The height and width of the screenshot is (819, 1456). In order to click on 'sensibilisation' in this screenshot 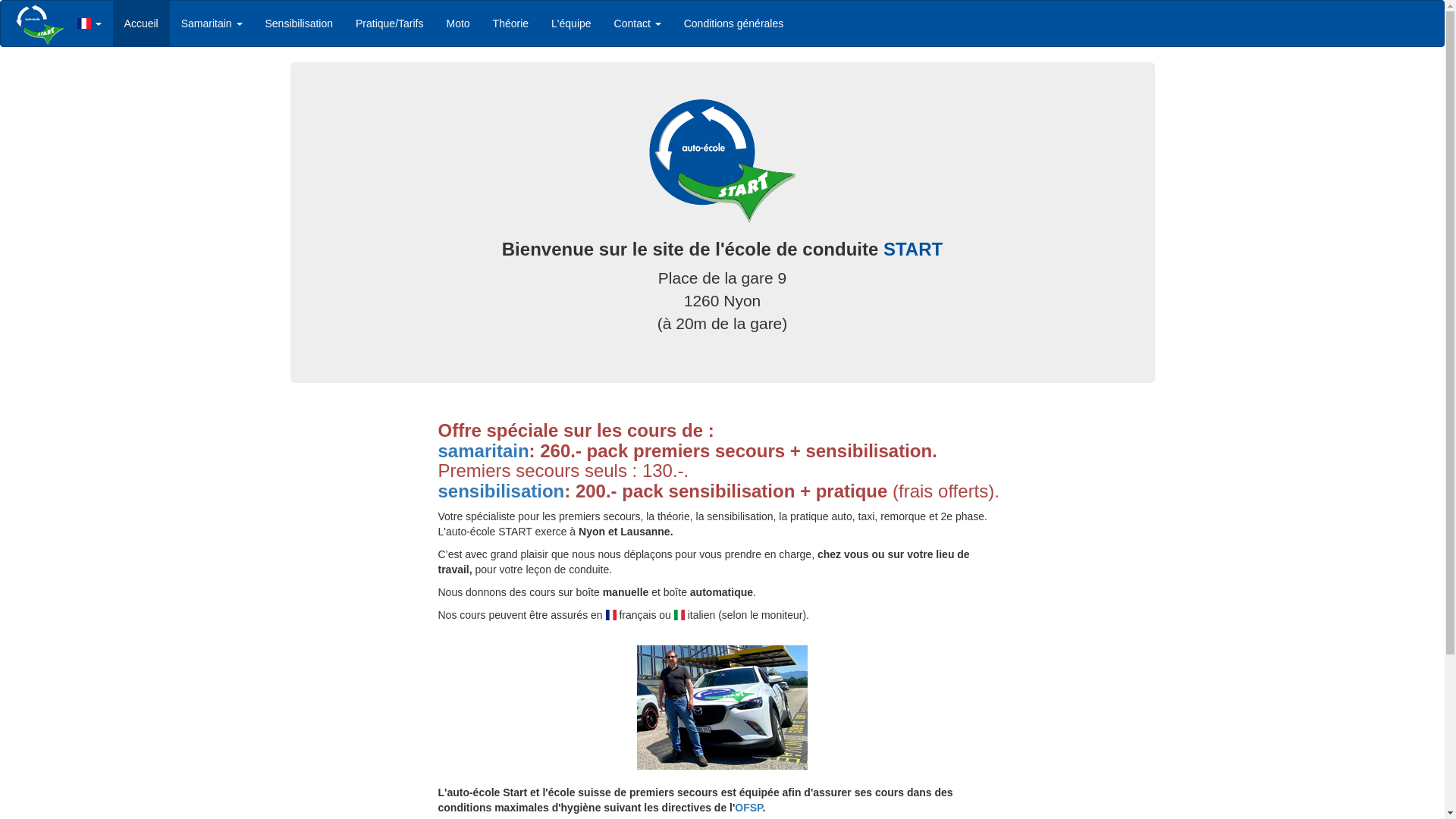, I will do `click(501, 491)`.